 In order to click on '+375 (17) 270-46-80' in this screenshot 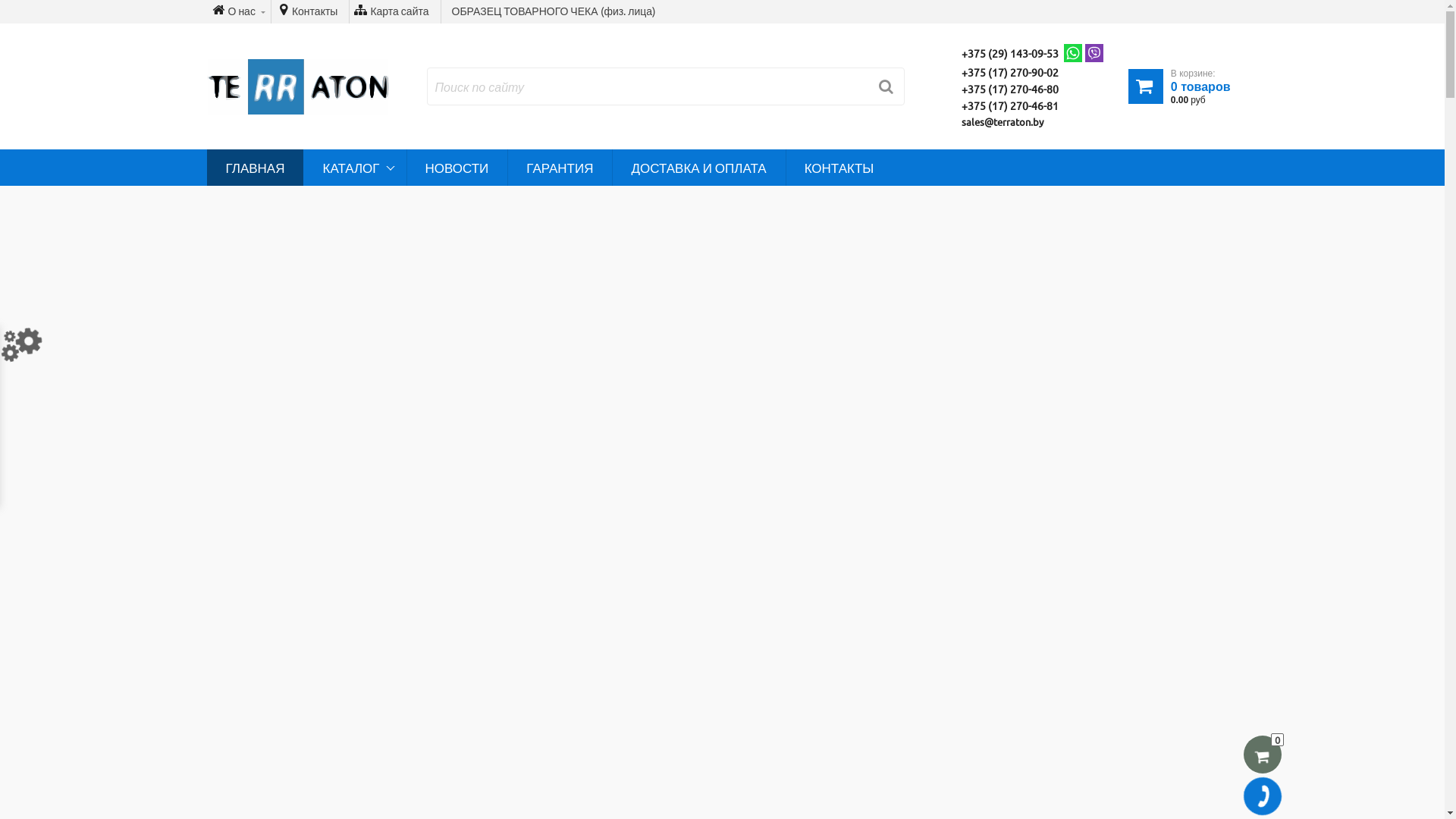, I will do `click(1012, 88)`.